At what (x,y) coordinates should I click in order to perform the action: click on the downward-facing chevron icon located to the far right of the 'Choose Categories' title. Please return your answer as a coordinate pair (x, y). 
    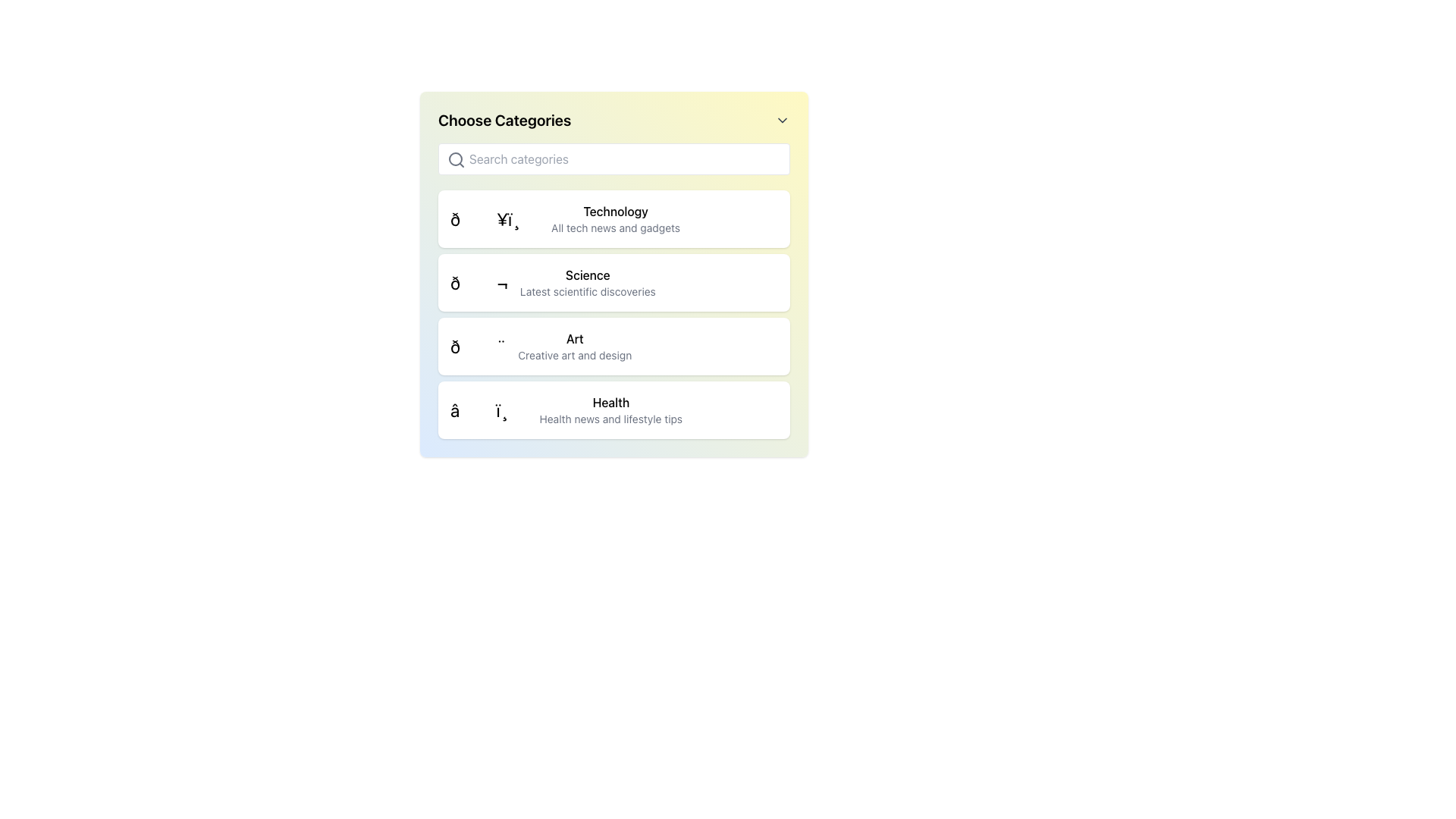
    Looking at the image, I should click on (783, 119).